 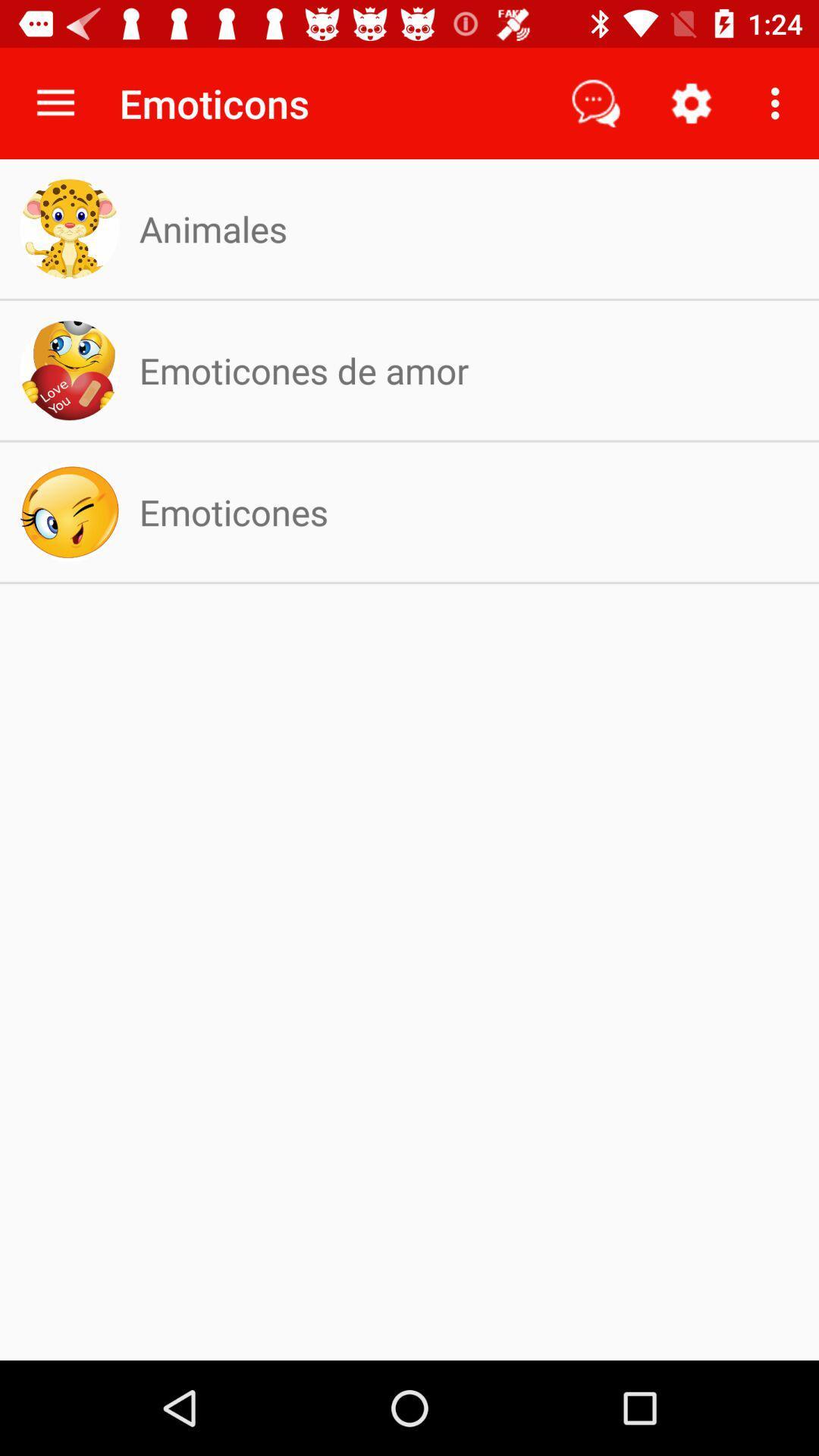 I want to click on animales icon, so click(x=213, y=227).